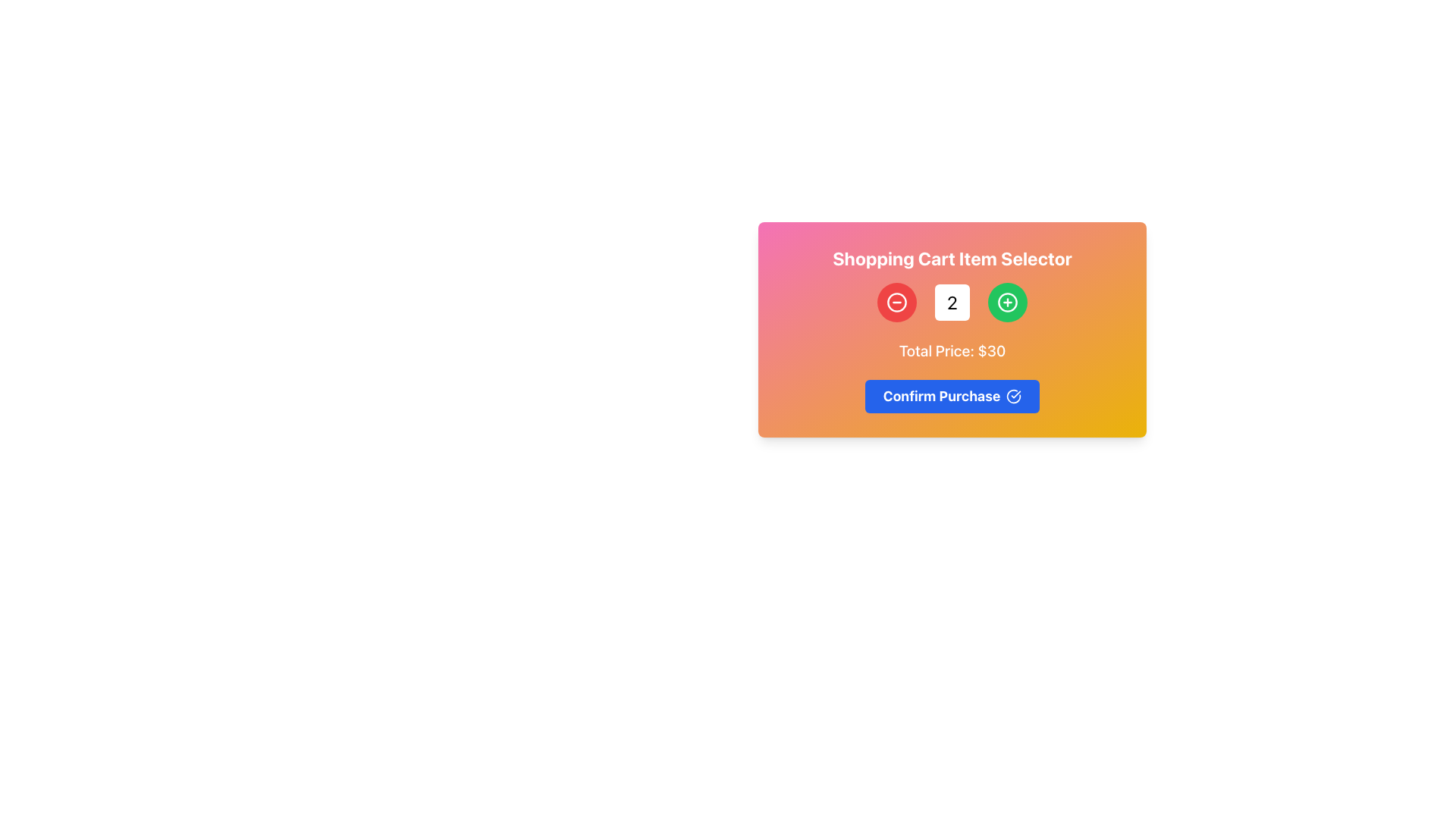  What do you see at coordinates (952, 302) in the screenshot?
I see `the label displaying the number '2', which has a white background and is located centrally between a red circular button on the left and a green circular button on the right` at bounding box center [952, 302].